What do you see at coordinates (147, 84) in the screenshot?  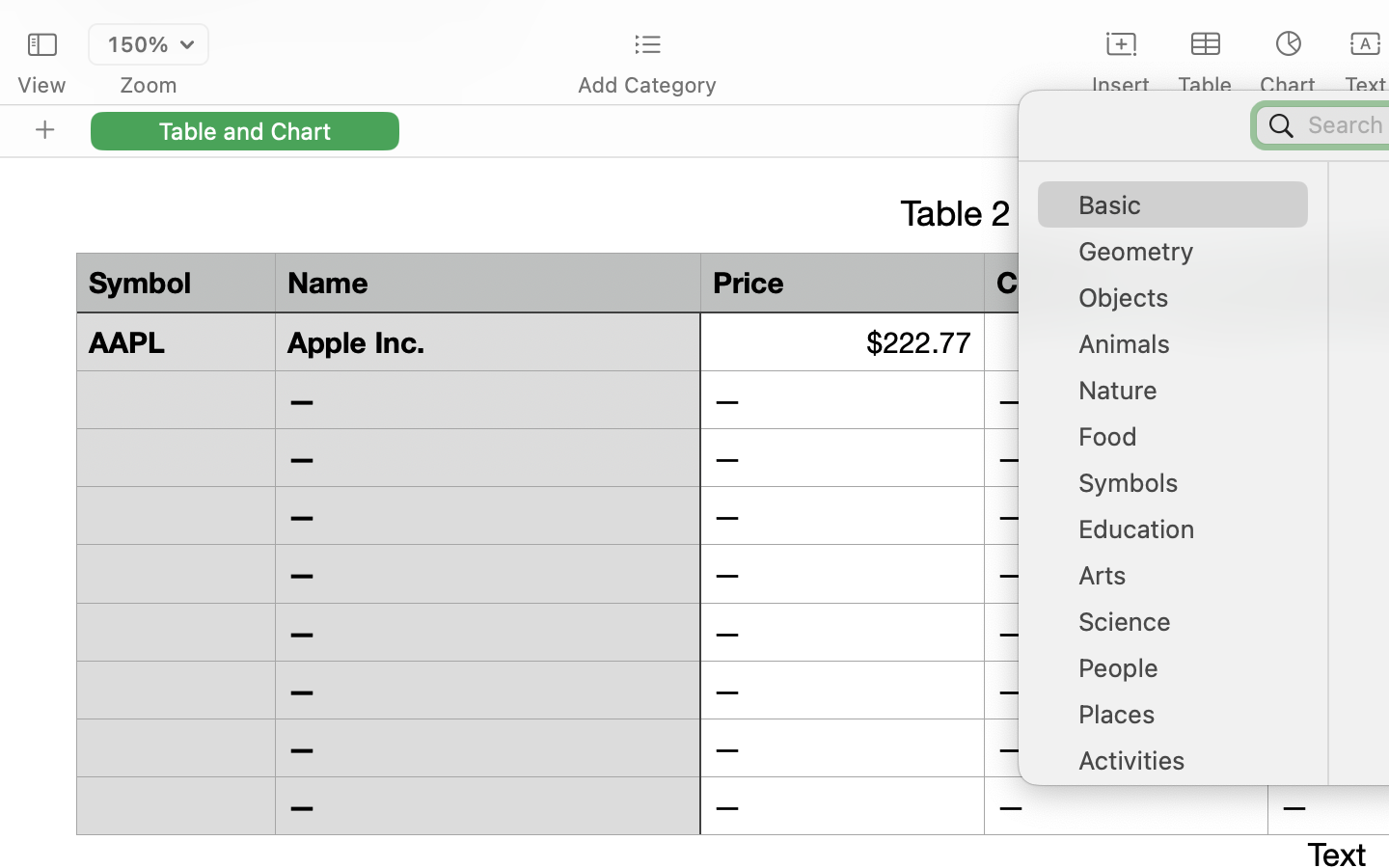 I see `'Zoom'` at bounding box center [147, 84].